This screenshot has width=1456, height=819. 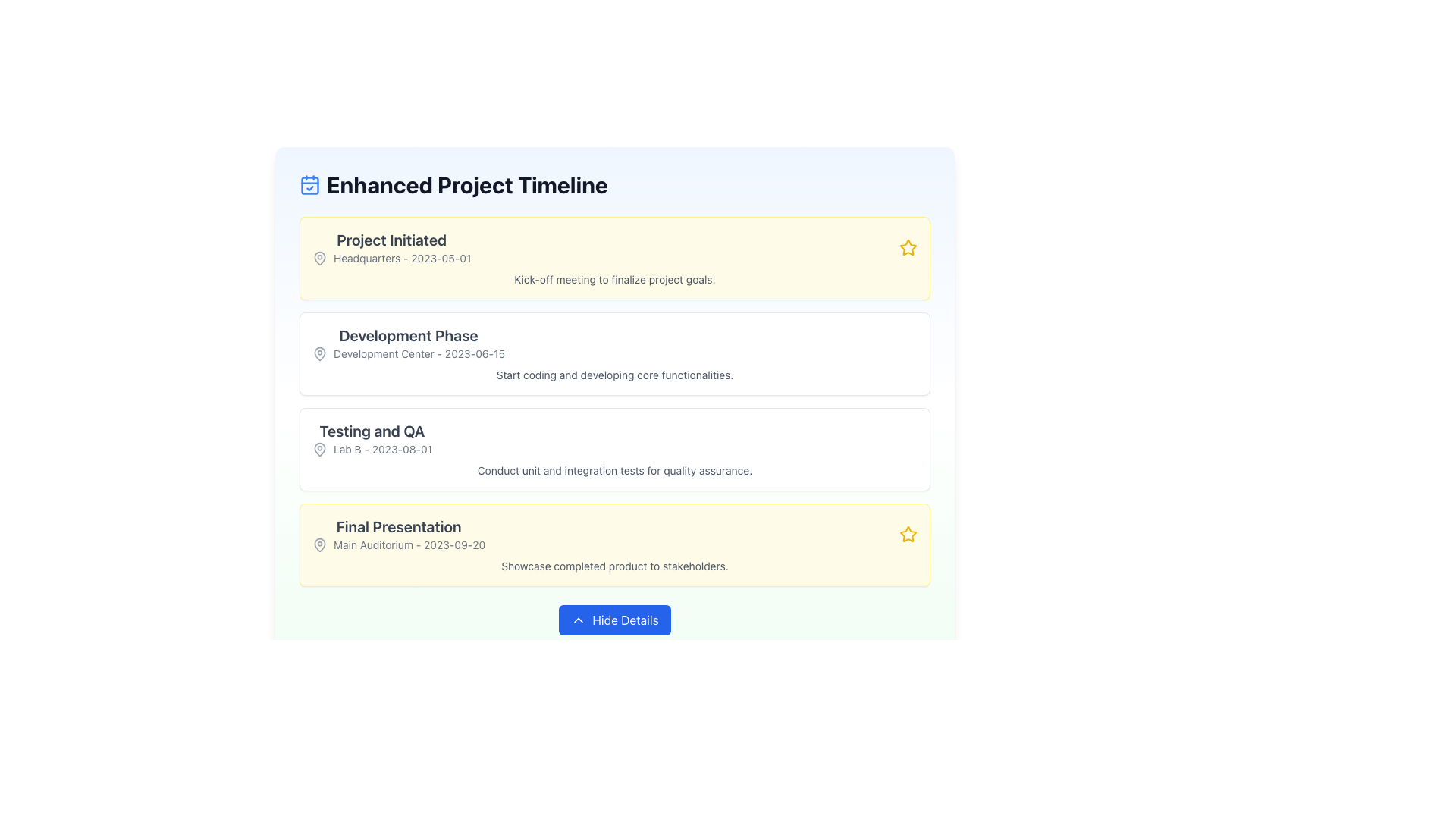 What do you see at coordinates (319, 353) in the screenshot?
I see `geographical pin drop icon located to the left of the text 'Development Center - 2023-06-15' in the 'Development Phase' entry for accessibility` at bounding box center [319, 353].